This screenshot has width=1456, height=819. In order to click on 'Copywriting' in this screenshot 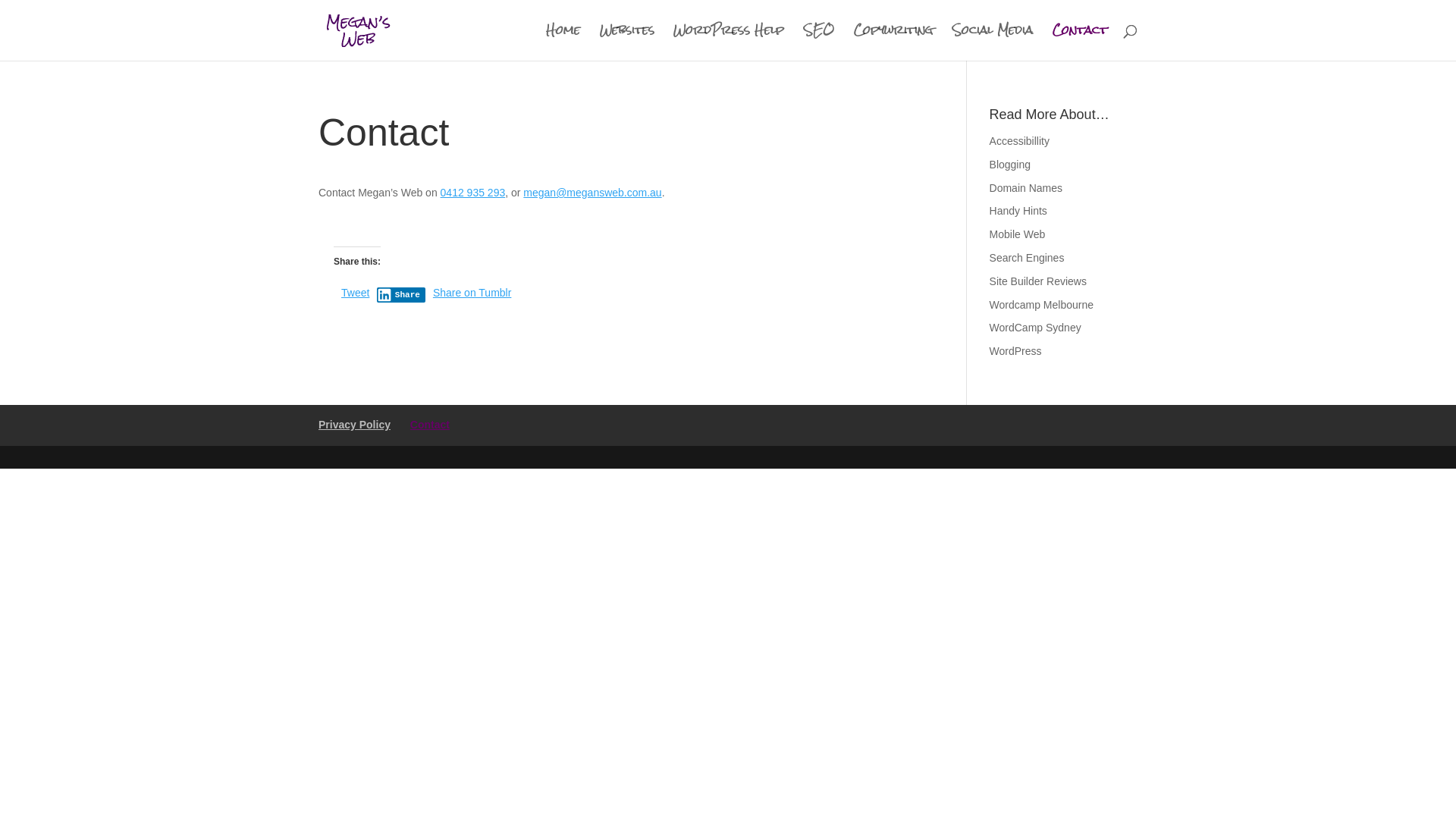, I will do `click(893, 42)`.